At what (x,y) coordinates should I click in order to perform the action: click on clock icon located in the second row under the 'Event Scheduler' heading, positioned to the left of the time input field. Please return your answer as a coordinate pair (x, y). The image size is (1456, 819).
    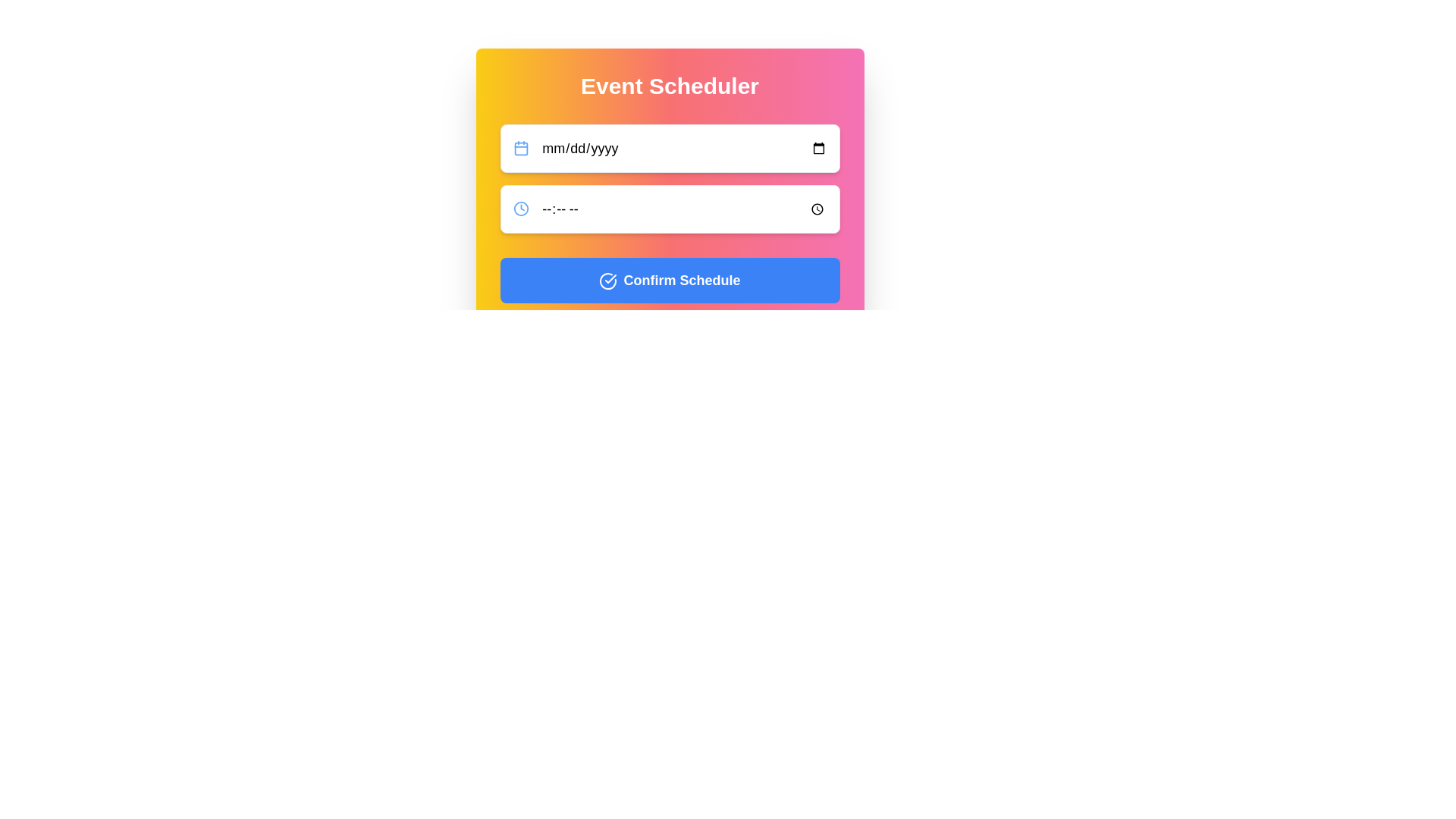
    Looking at the image, I should click on (521, 209).